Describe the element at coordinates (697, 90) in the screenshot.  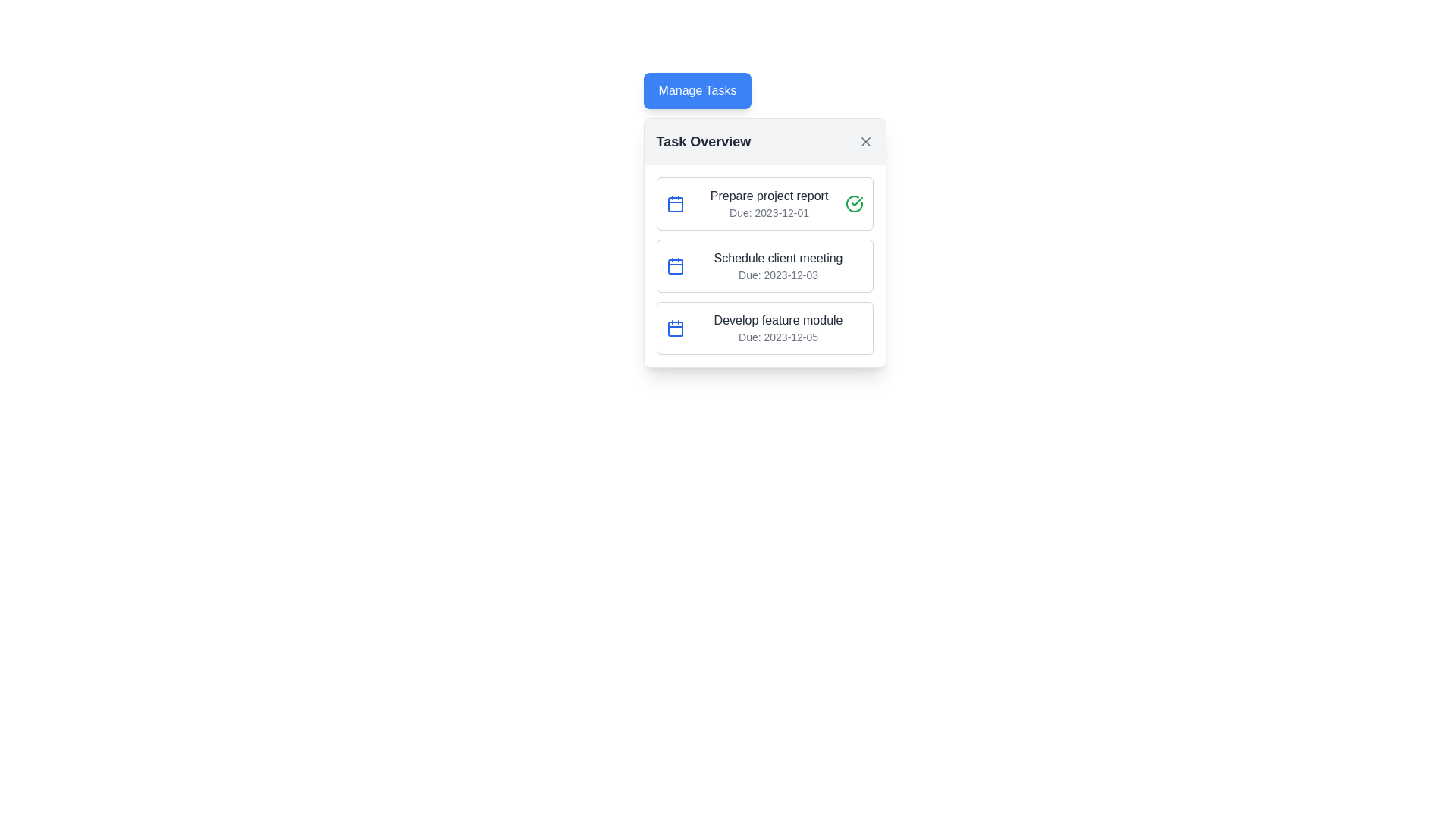
I see `the 'Manage Tasks' button, which is a rectangular button with rounded corners, blue background, and white text` at that location.